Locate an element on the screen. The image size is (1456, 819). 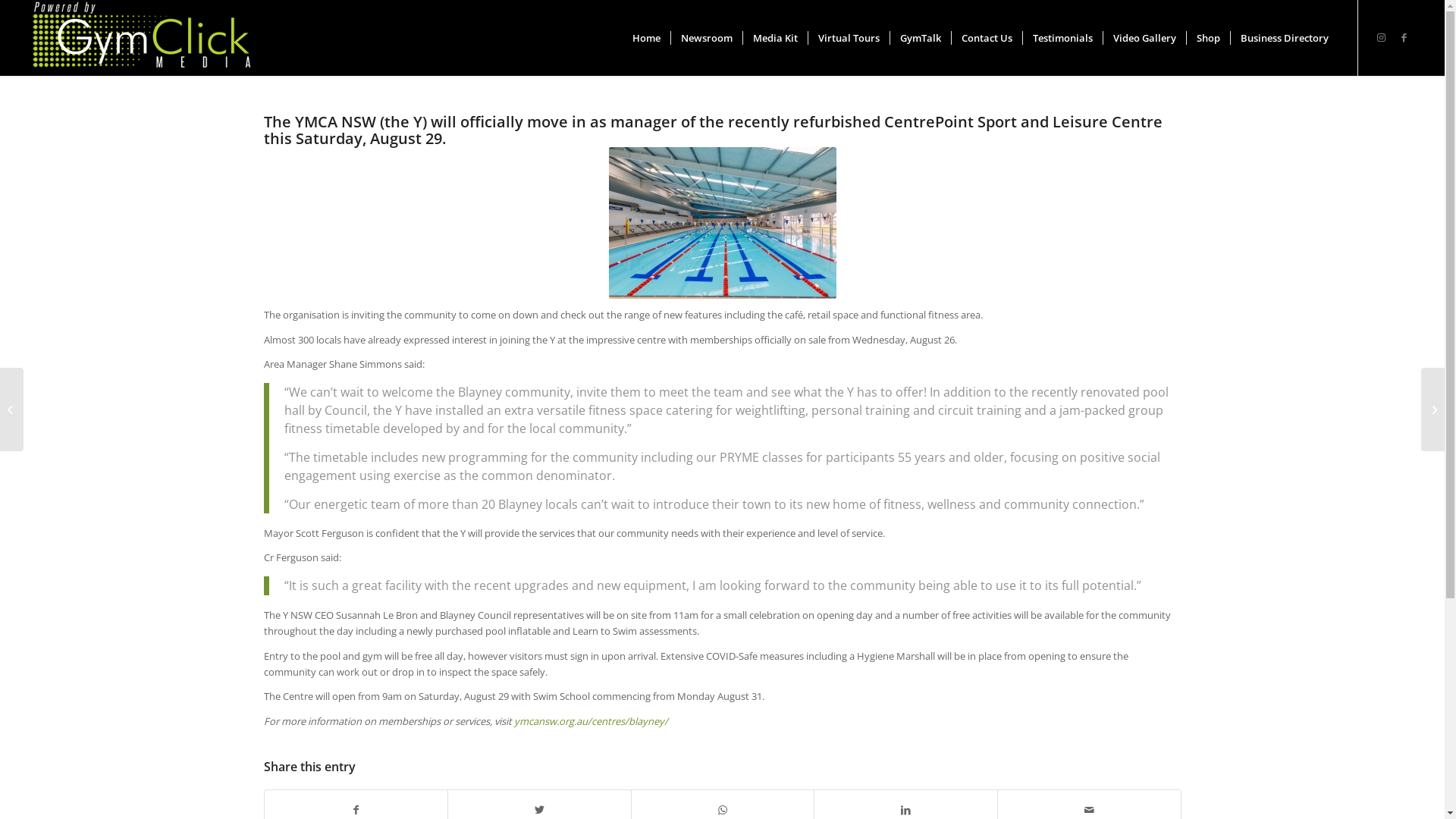
'GymTalk' is located at coordinates (919, 37).